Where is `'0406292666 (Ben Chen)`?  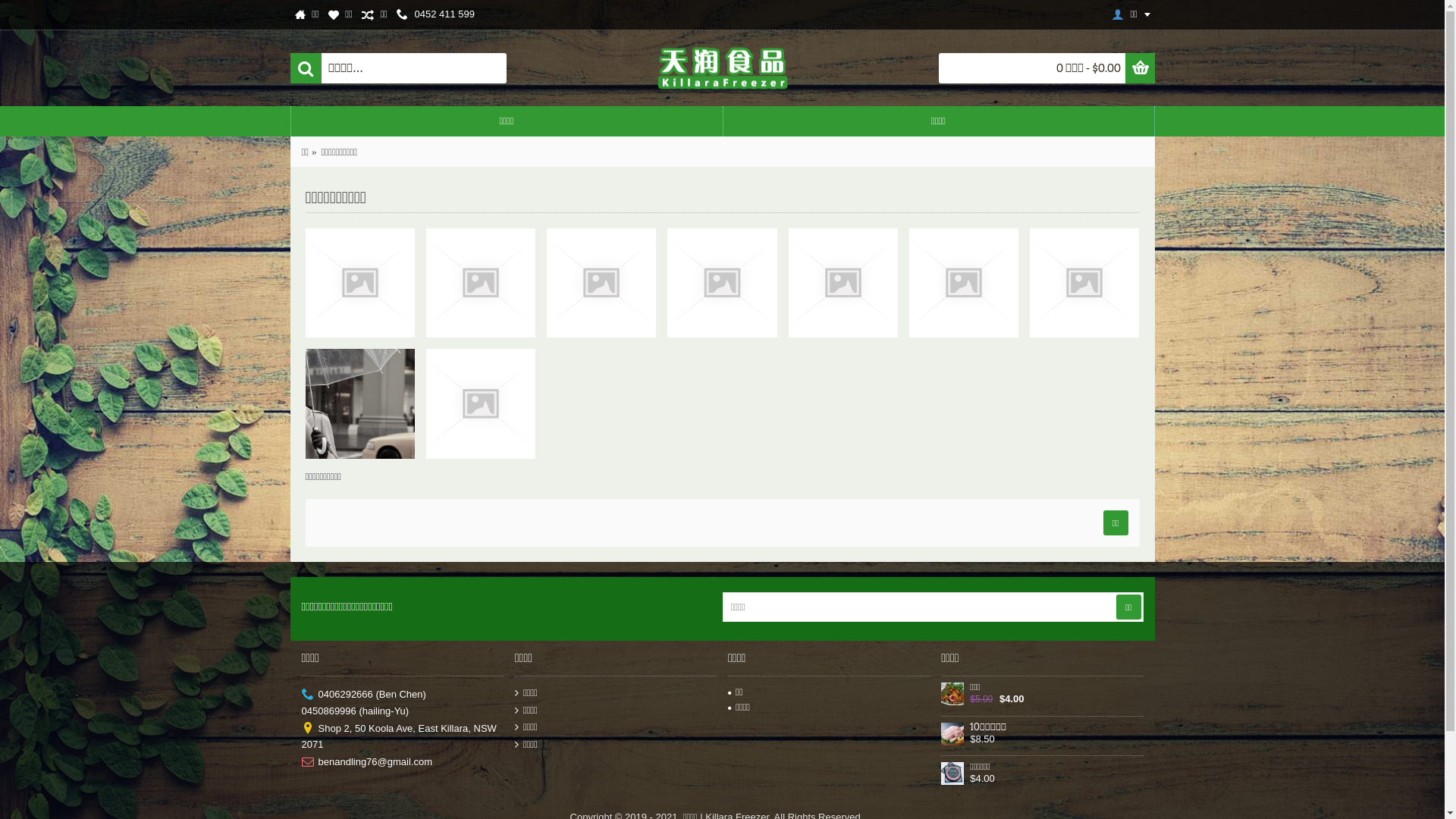
'0406292666 (Ben Chen) is located at coordinates (403, 701).